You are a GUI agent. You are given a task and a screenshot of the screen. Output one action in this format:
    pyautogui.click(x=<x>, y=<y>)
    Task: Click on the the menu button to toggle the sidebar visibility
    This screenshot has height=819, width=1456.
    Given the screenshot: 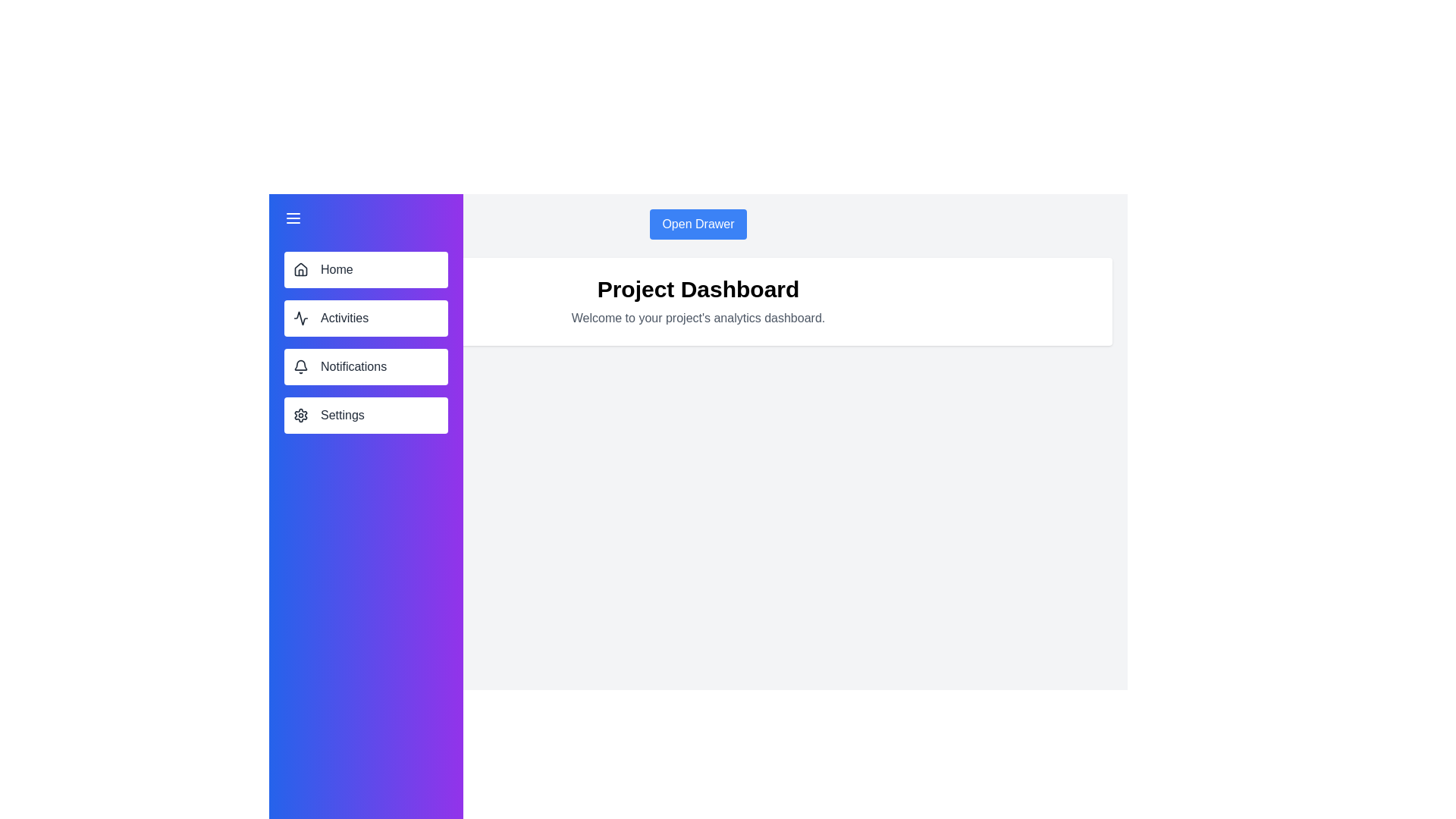 What is the action you would take?
    pyautogui.click(x=293, y=218)
    